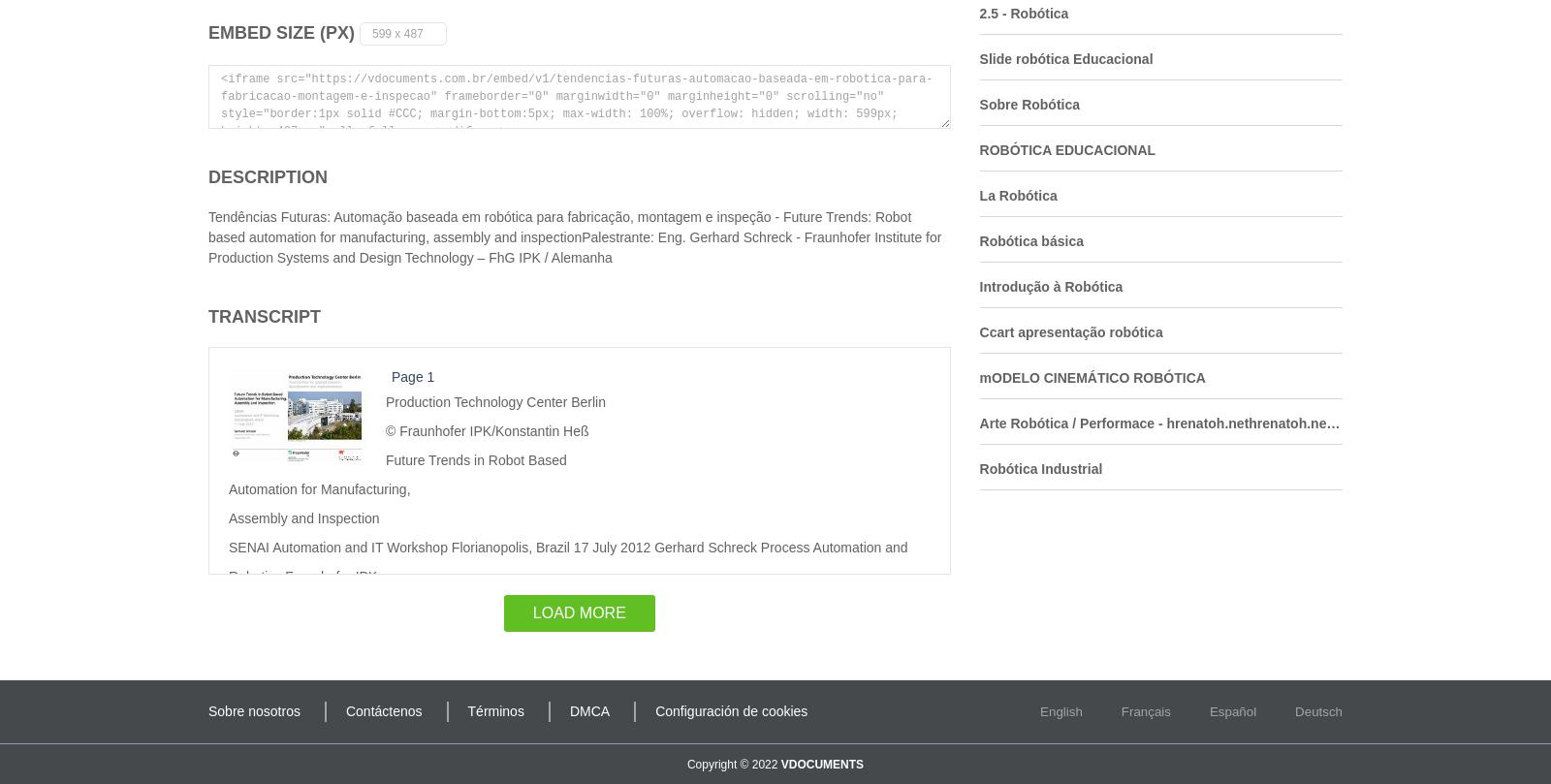 The height and width of the screenshot is (784, 1551). What do you see at coordinates (484, 732) in the screenshot?
I see `'development and implementation'` at bounding box center [484, 732].